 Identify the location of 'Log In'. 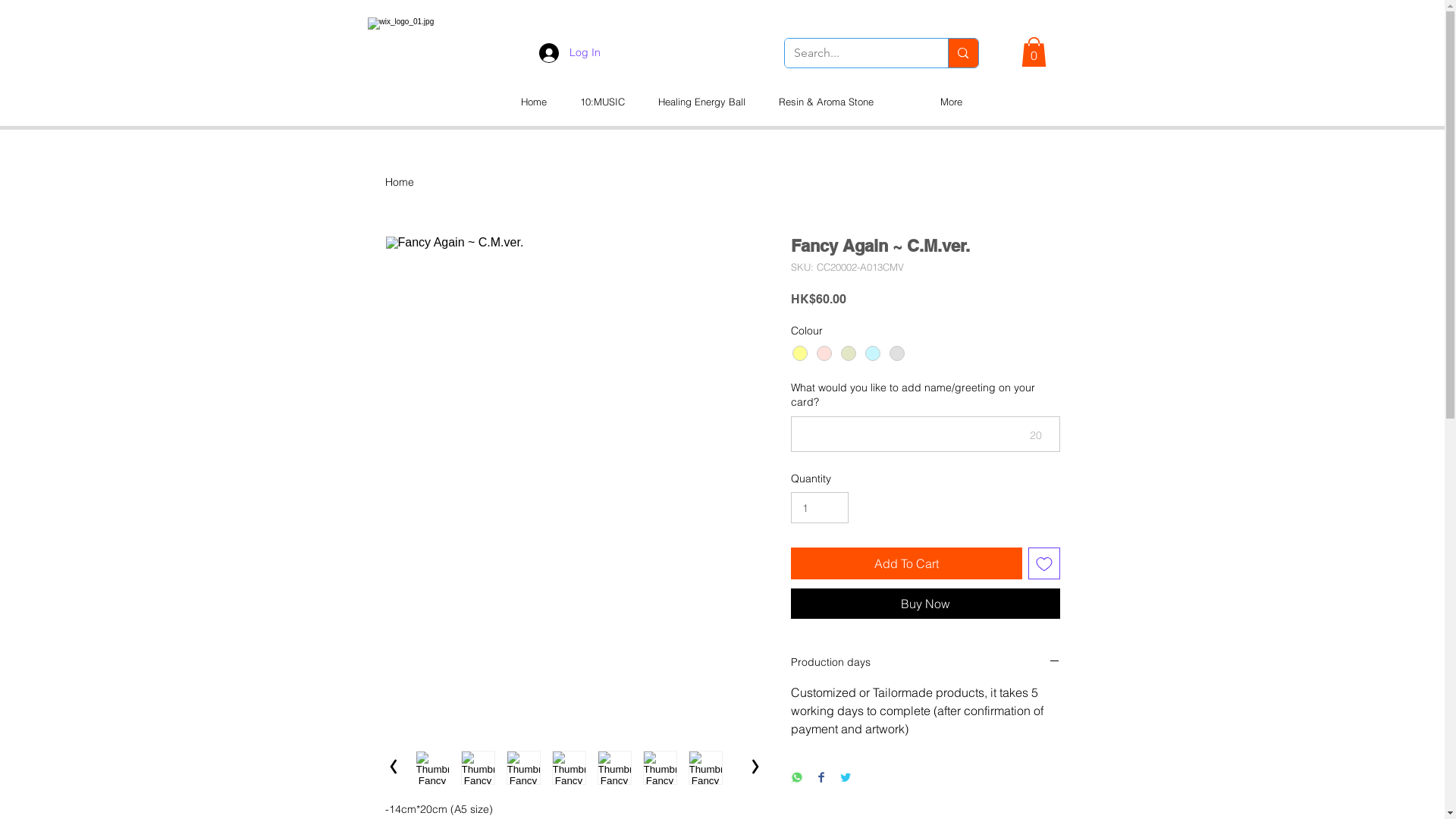
(568, 52).